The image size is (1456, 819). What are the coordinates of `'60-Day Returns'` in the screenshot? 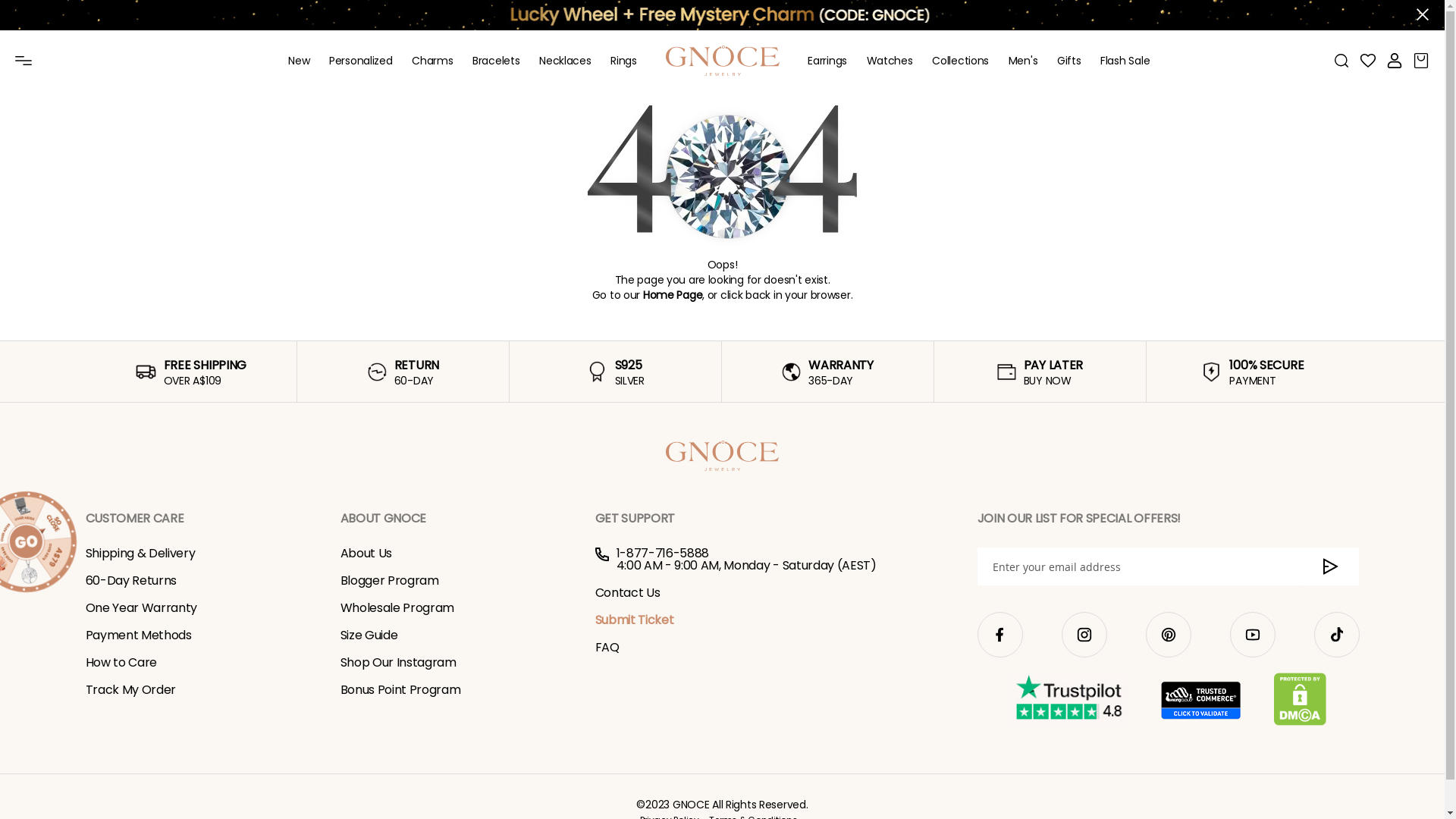 It's located at (130, 580).